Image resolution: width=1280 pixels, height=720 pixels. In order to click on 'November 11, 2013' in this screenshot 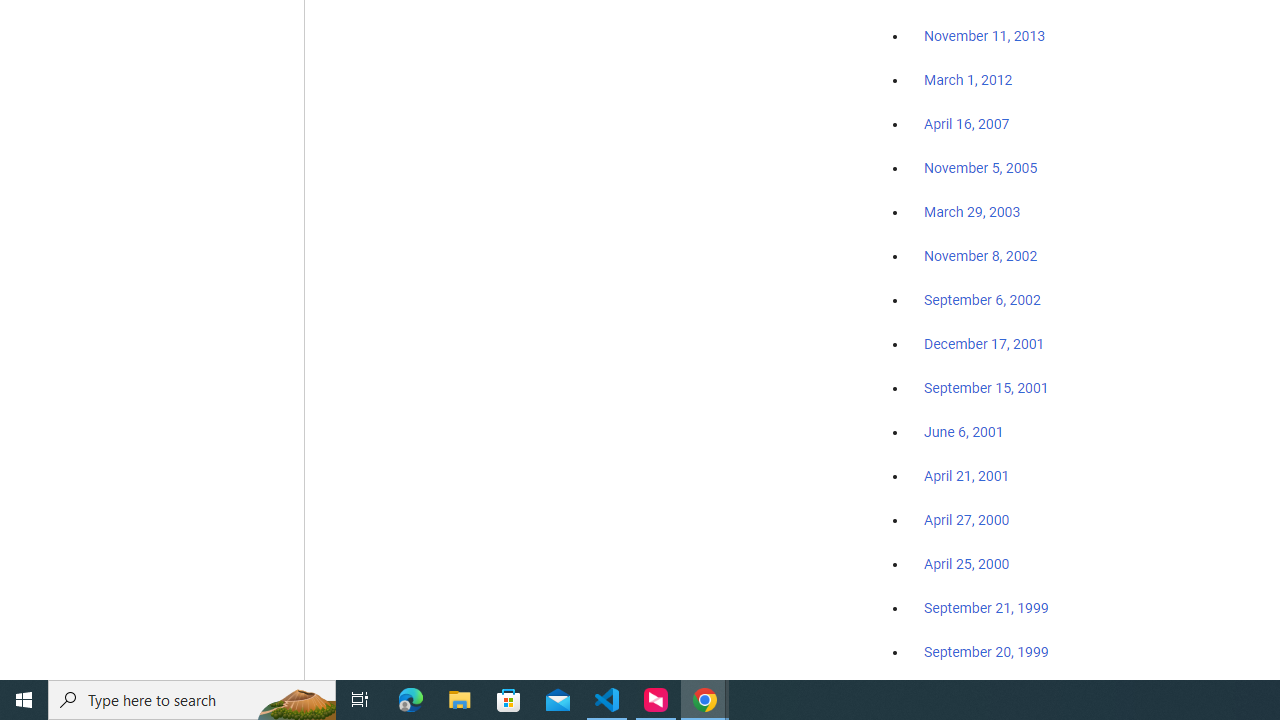, I will do `click(984, 37)`.